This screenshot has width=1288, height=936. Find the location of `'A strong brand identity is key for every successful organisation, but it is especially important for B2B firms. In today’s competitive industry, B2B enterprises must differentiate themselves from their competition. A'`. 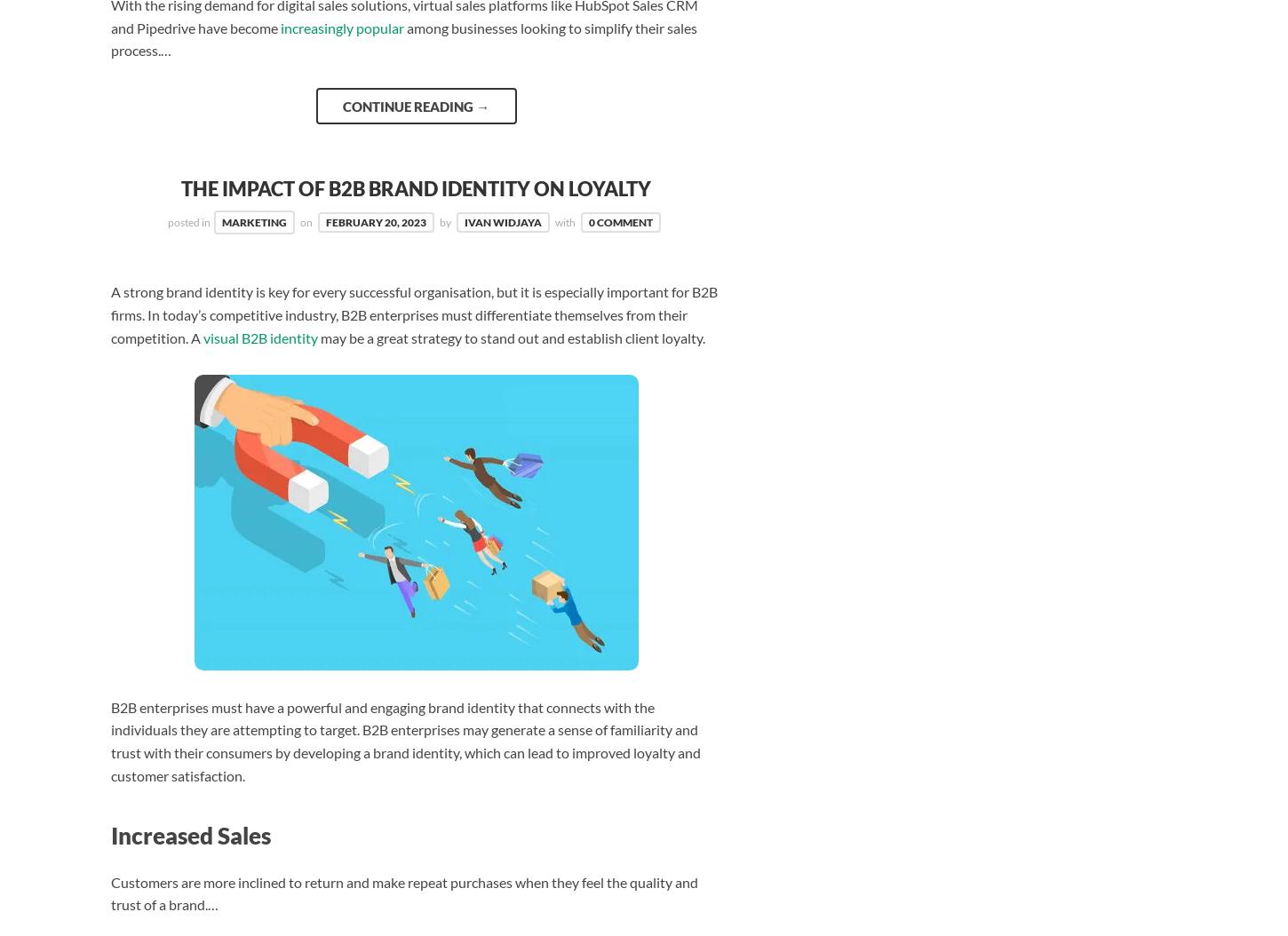

'A strong brand identity is key for every successful organisation, but it is especially important for B2B firms. In today’s competitive industry, B2B enterprises must differentiate themselves from their competition. A' is located at coordinates (109, 314).